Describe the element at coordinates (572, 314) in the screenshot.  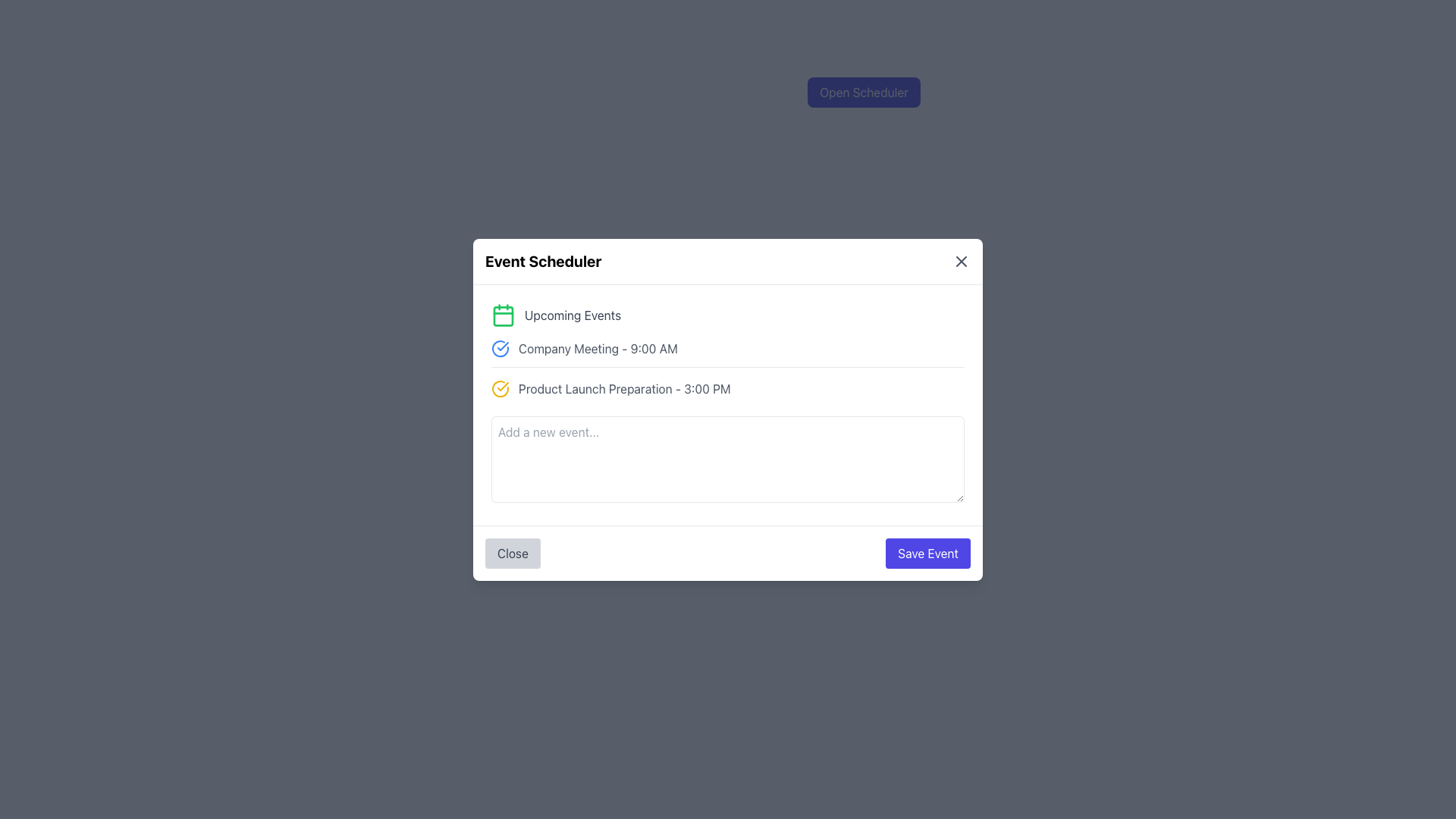
I see `the text label in the 'Event Scheduler' panel that serves as a header for the events section, located to the right of the green calendar icon` at that location.